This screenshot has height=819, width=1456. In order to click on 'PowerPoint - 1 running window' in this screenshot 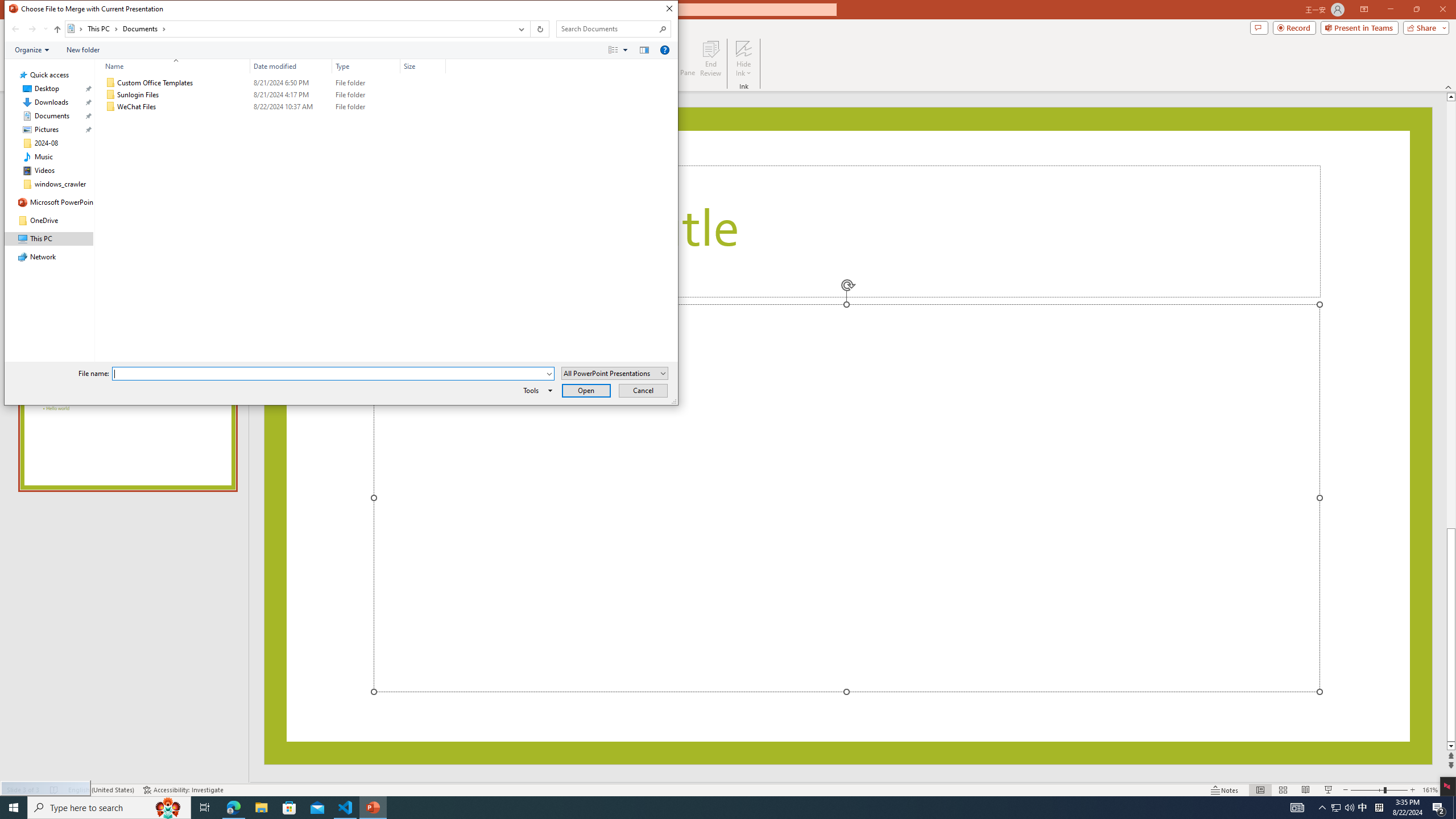, I will do `click(373, 806)`.